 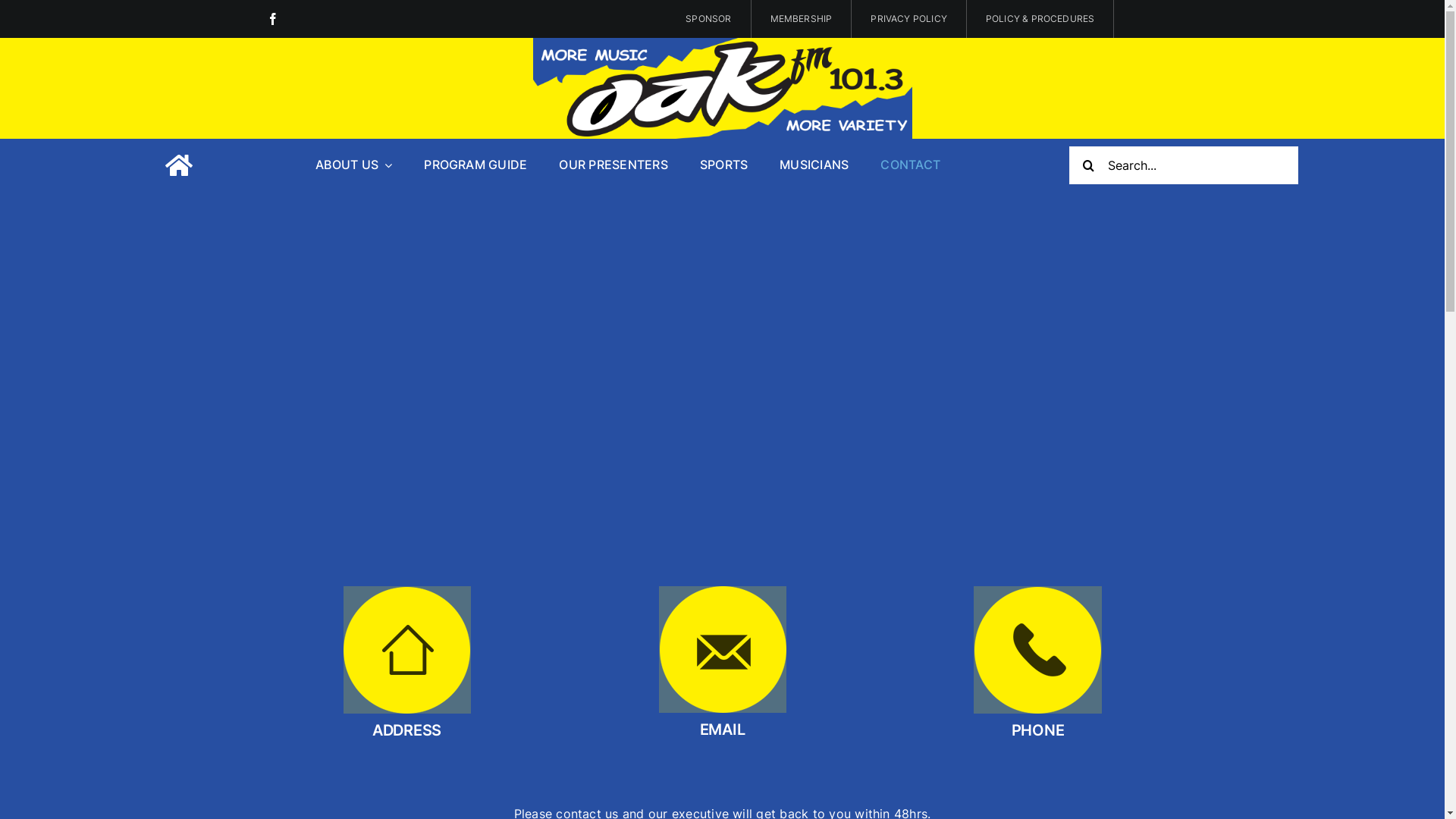 I want to click on 'CONTACT', so click(x=910, y=165).